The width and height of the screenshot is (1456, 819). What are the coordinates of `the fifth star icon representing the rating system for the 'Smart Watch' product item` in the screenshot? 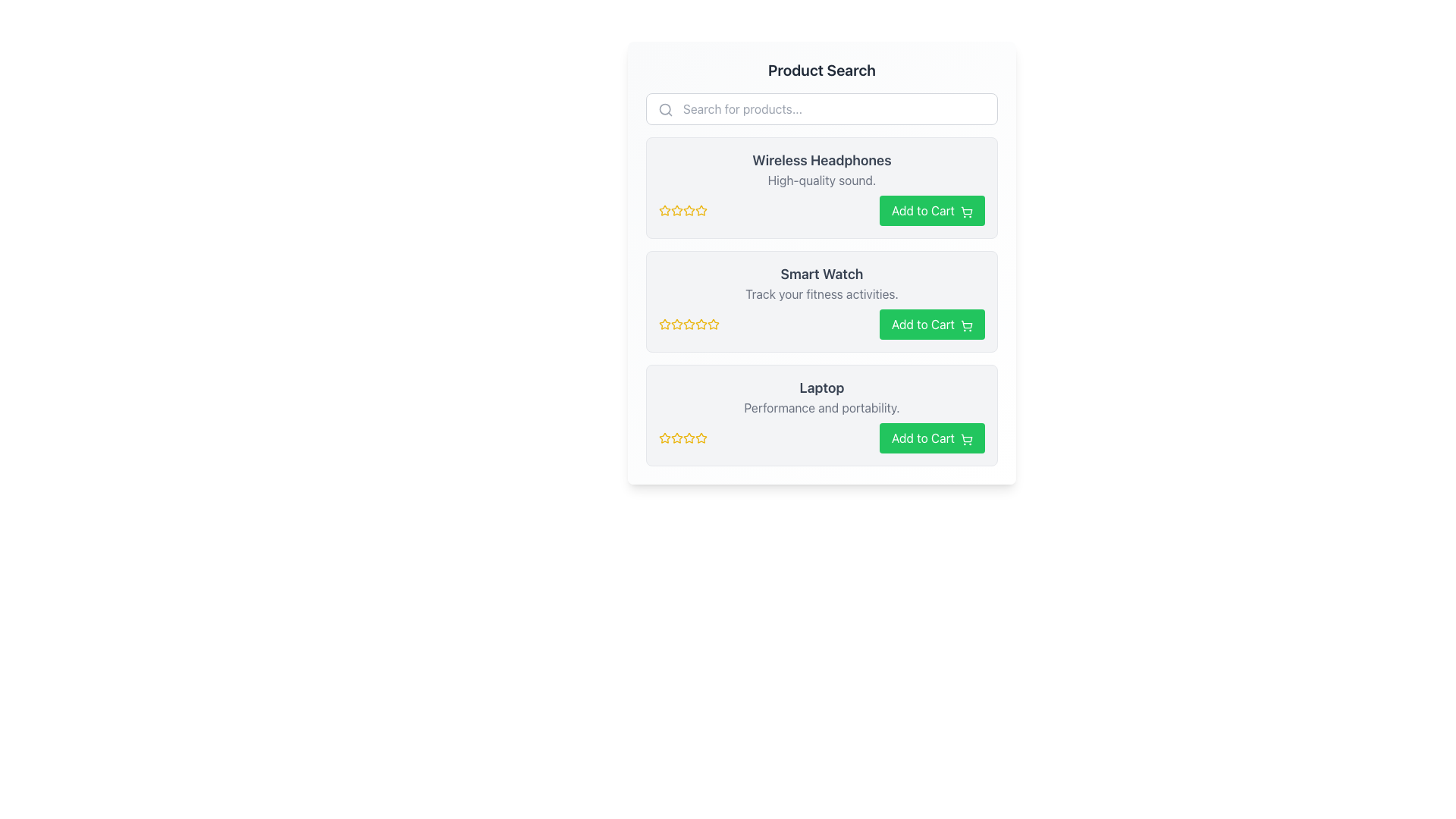 It's located at (712, 324).